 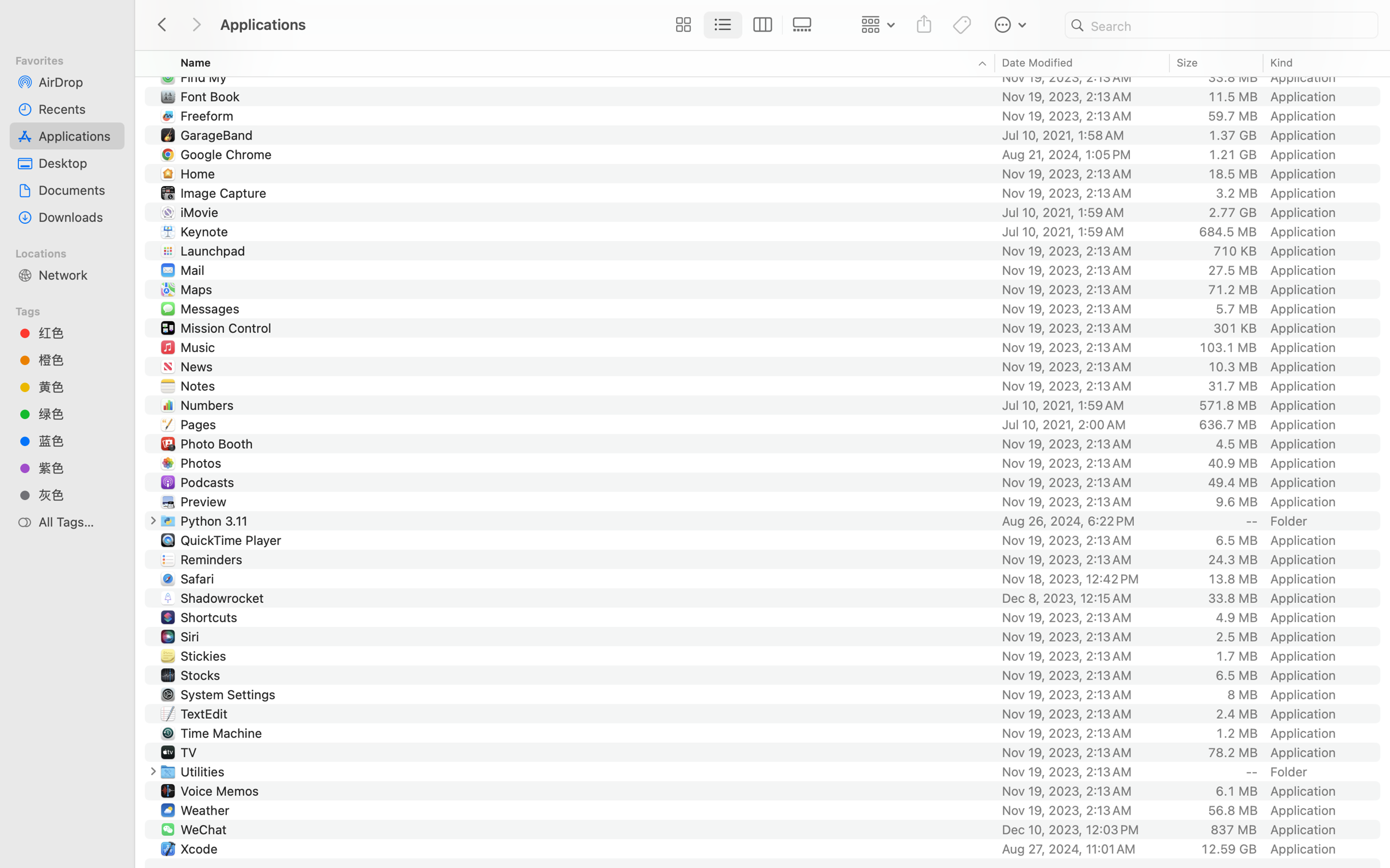 I want to click on 'Preview', so click(x=204, y=502).